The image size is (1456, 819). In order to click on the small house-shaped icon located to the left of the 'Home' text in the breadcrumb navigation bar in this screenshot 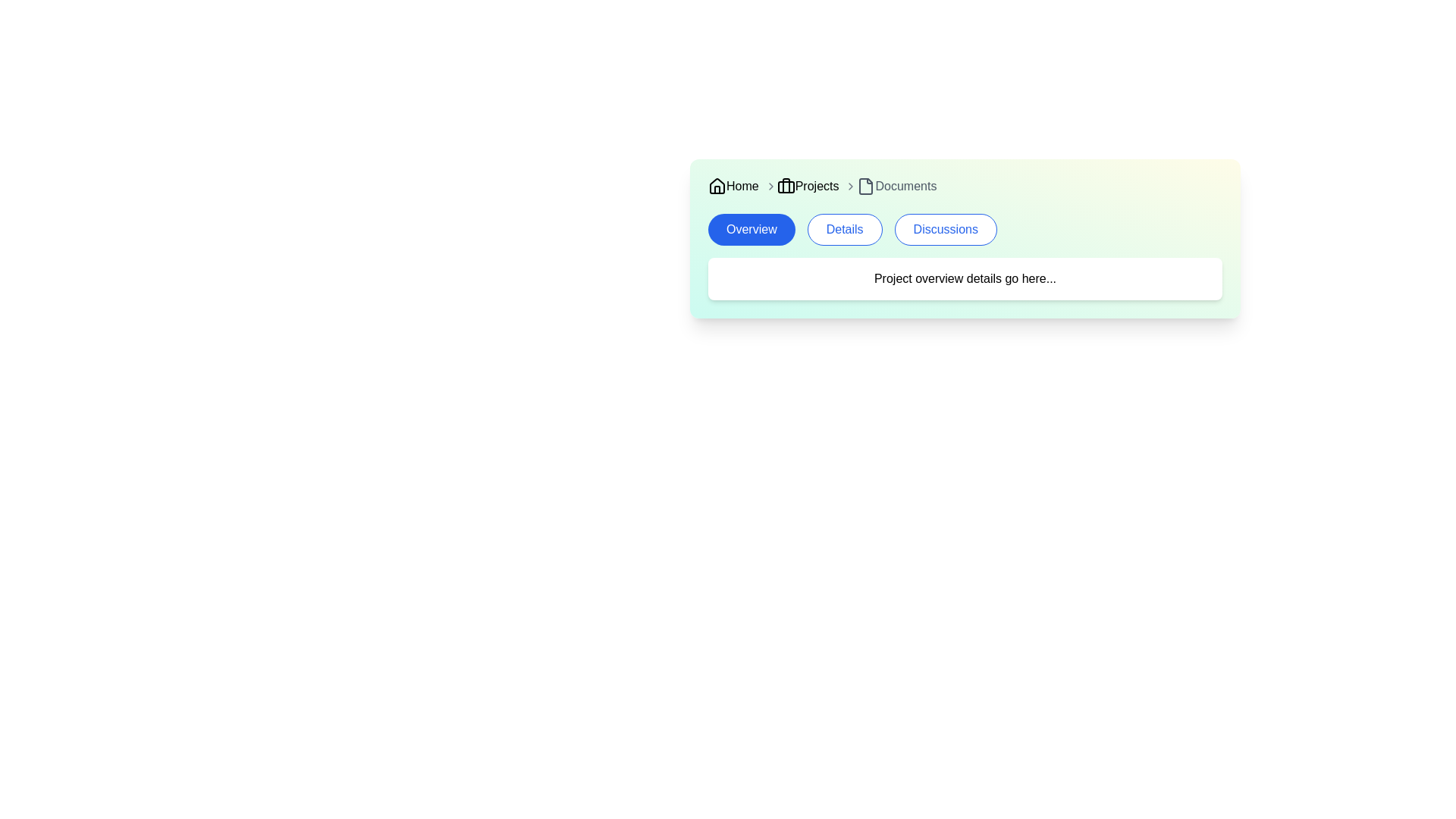, I will do `click(716, 186)`.